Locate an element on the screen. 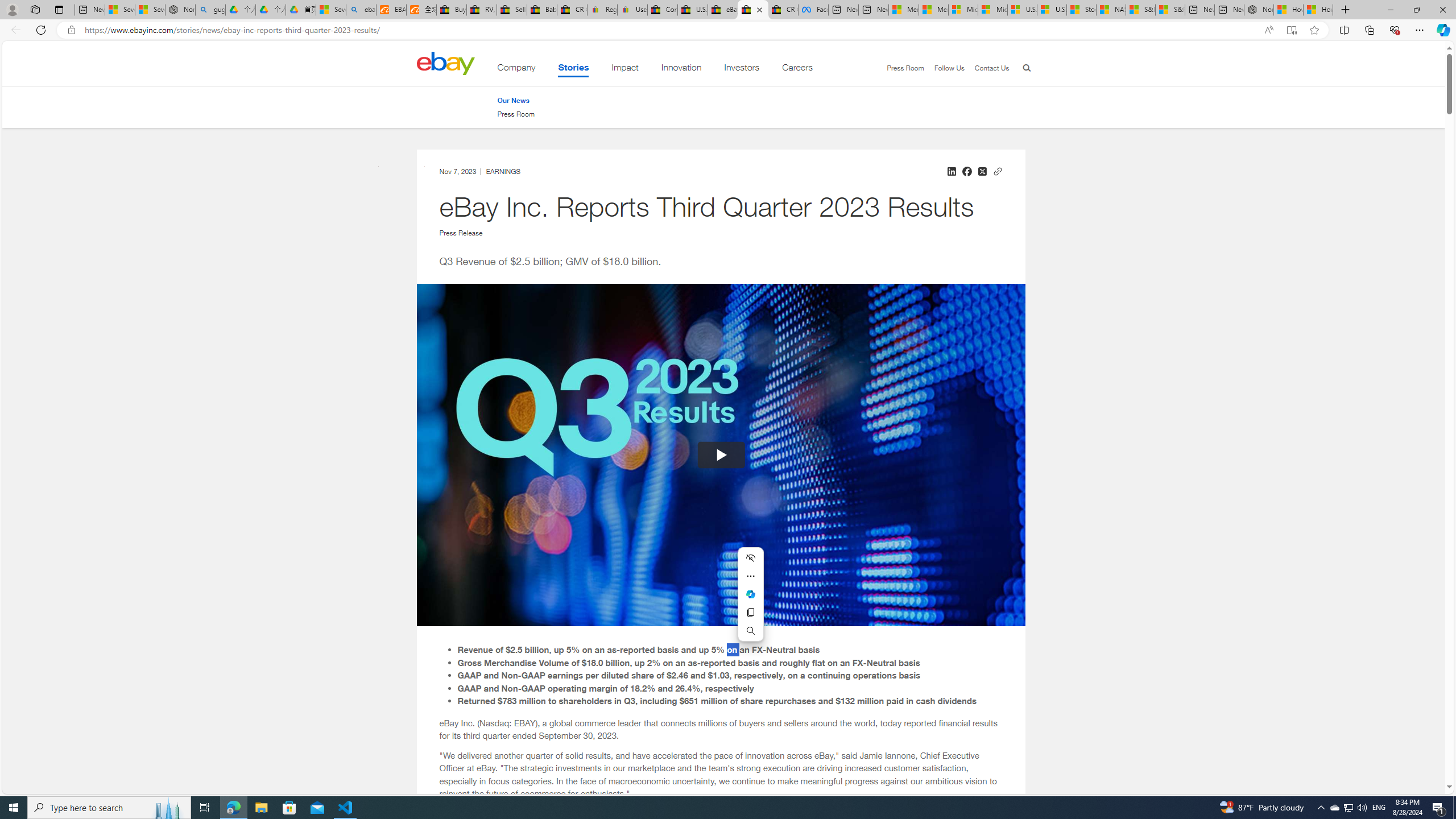 The height and width of the screenshot is (819, 1456). 'Mini menu on text selection' is located at coordinates (751, 601).